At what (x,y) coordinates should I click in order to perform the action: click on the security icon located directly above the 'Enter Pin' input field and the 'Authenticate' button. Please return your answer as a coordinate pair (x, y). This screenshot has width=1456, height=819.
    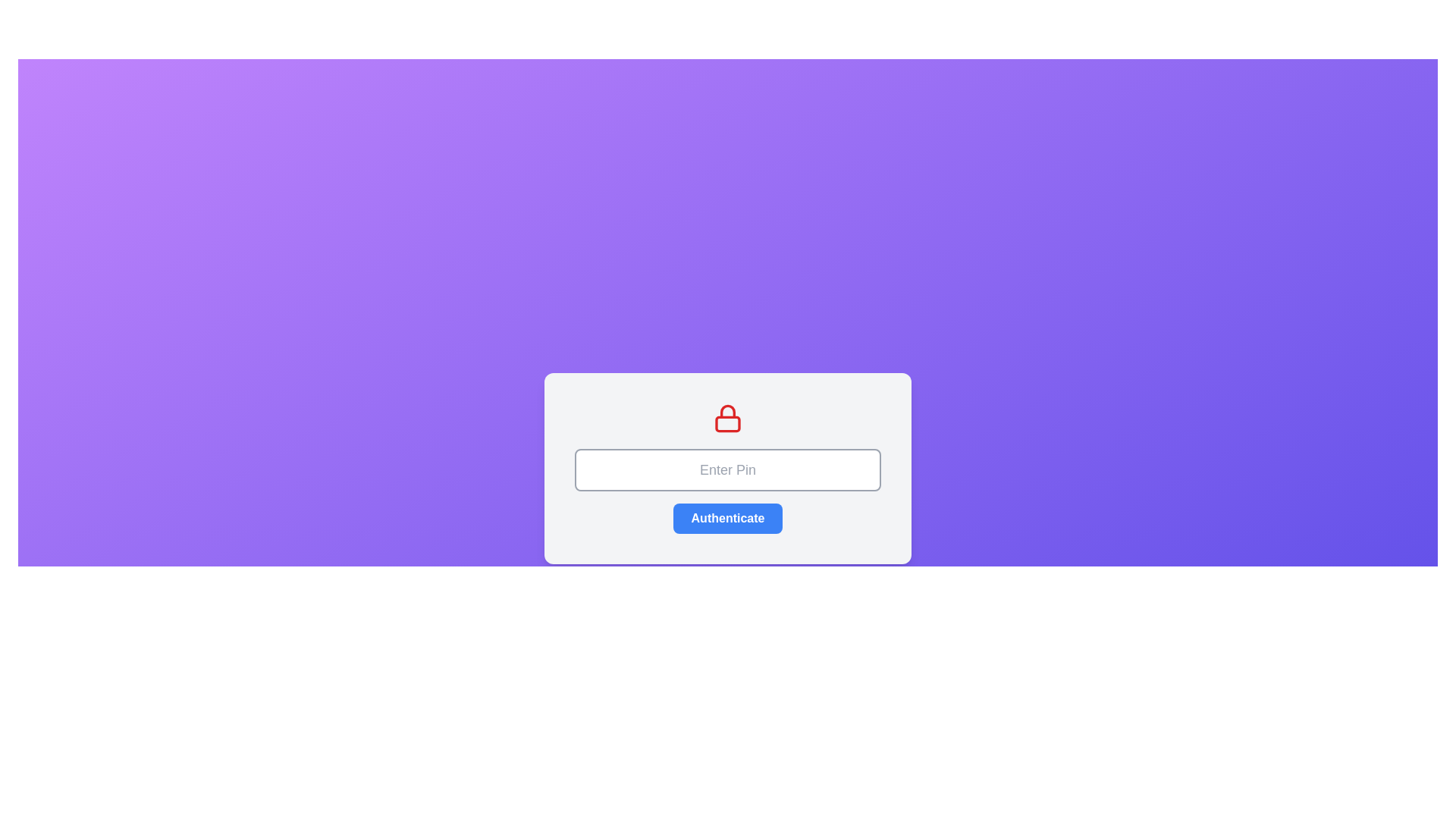
    Looking at the image, I should click on (728, 418).